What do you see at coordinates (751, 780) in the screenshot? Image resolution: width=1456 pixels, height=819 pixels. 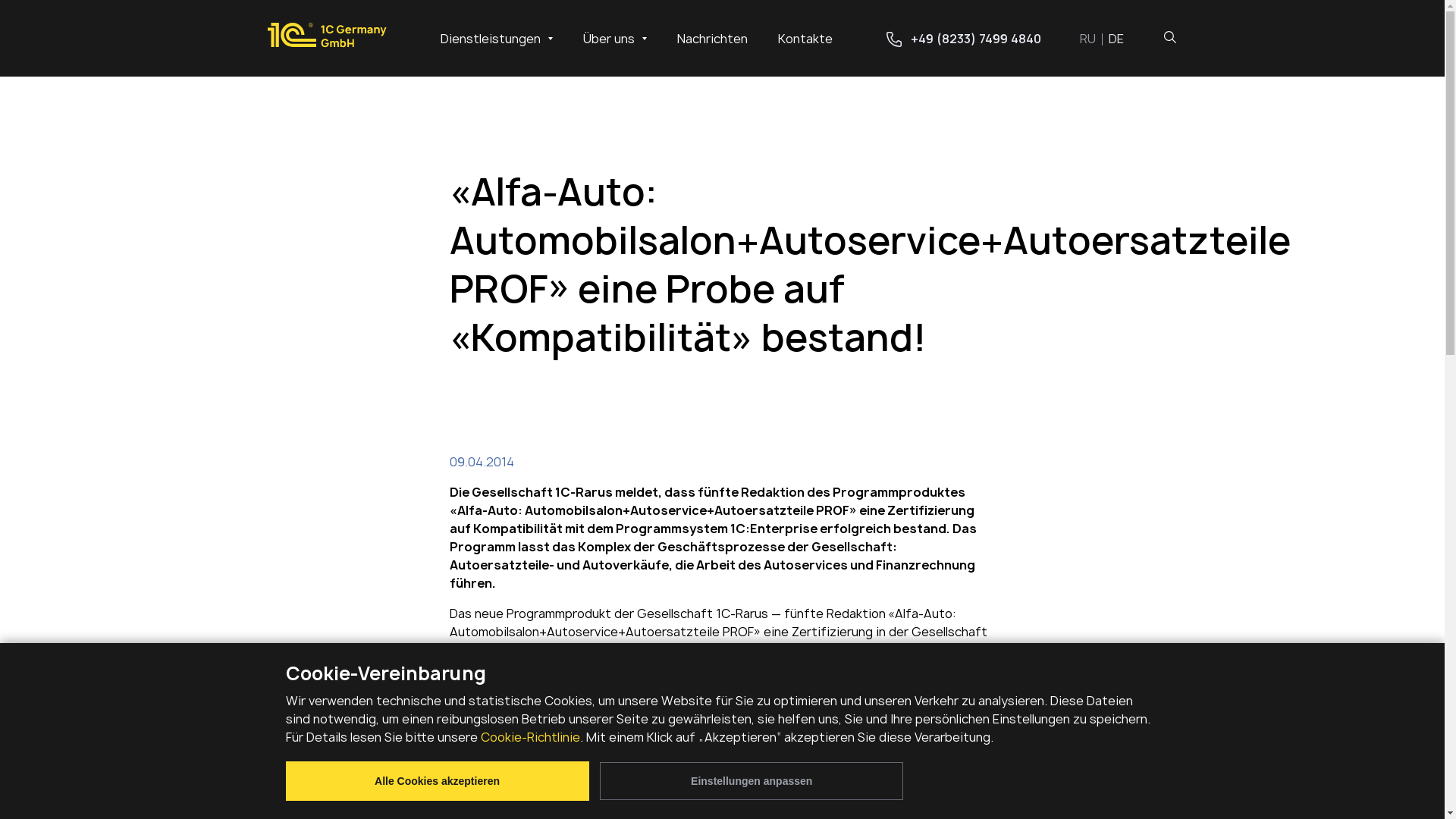 I see `'Einstellungen anpassen'` at bounding box center [751, 780].